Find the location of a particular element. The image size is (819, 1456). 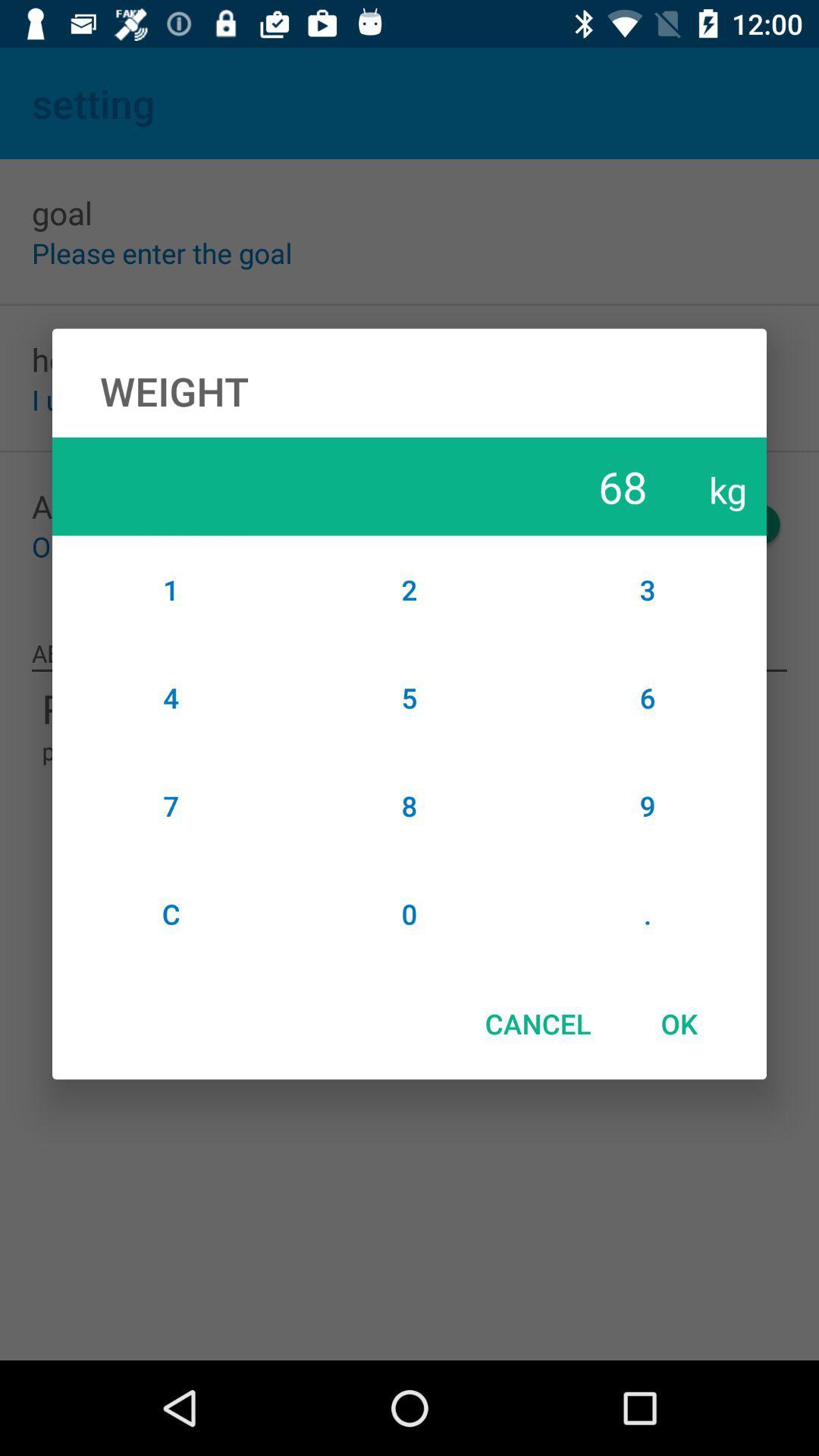

the 0 item is located at coordinates (409, 913).